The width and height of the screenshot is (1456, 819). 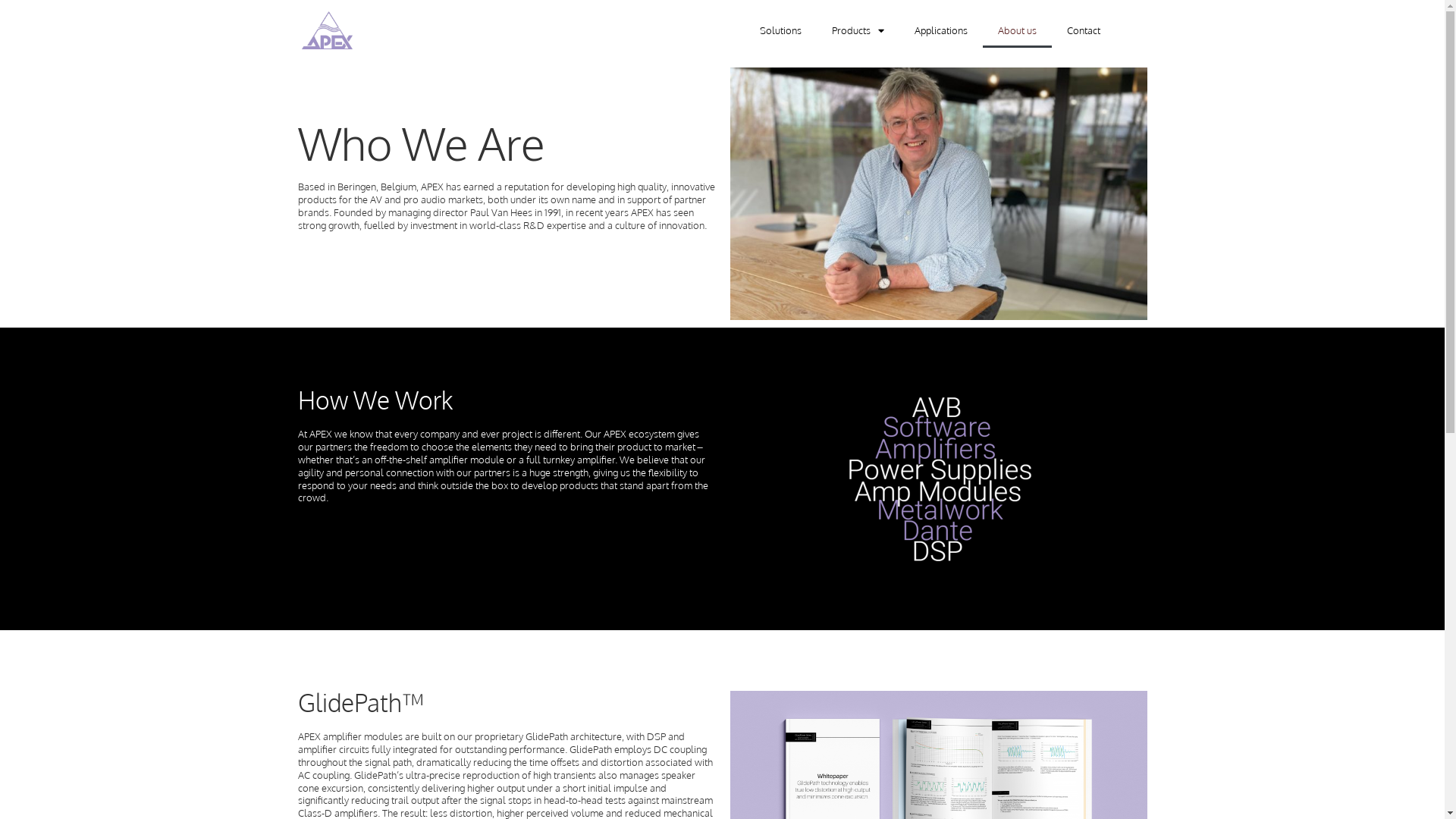 What do you see at coordinates (899, 30) in the screenshot?
I see `'Applications'` at bounding box center [899, 30].